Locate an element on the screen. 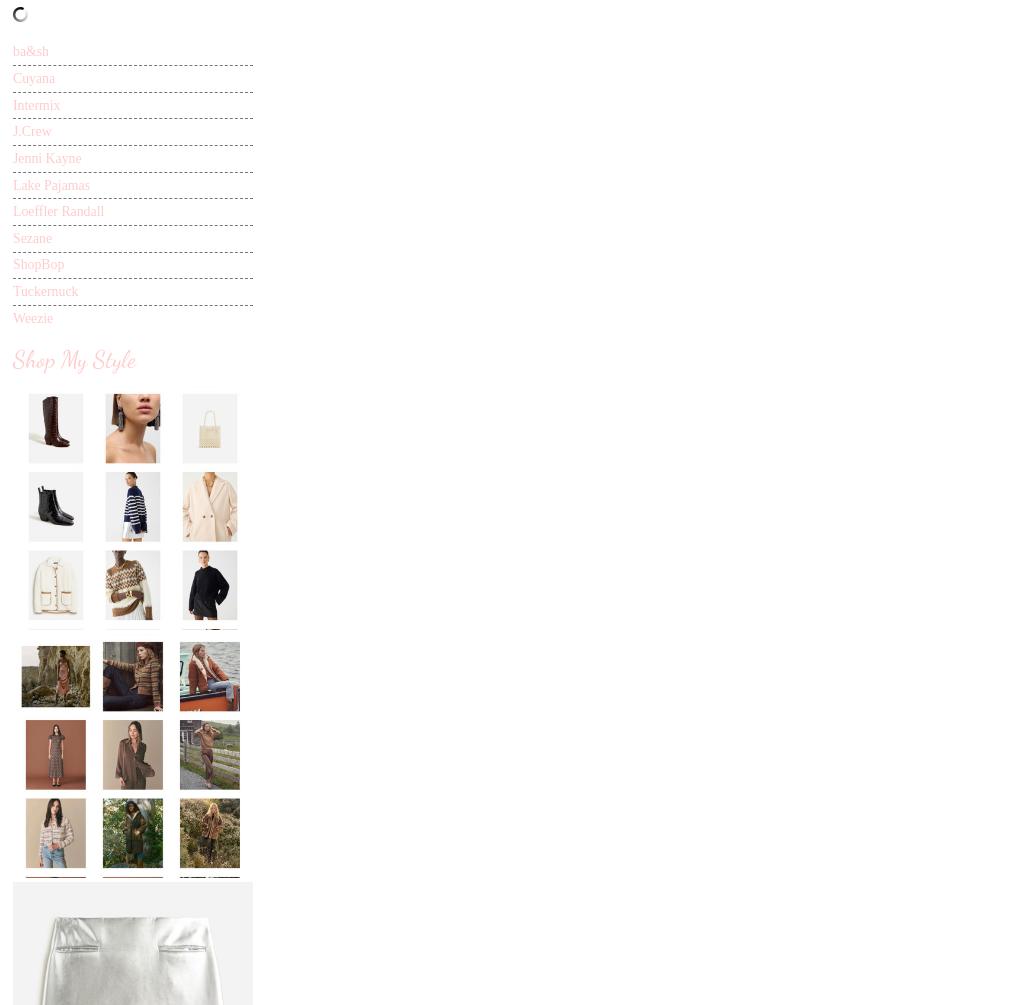  'Loeffler Randall' is located at coordinates (11, 210).